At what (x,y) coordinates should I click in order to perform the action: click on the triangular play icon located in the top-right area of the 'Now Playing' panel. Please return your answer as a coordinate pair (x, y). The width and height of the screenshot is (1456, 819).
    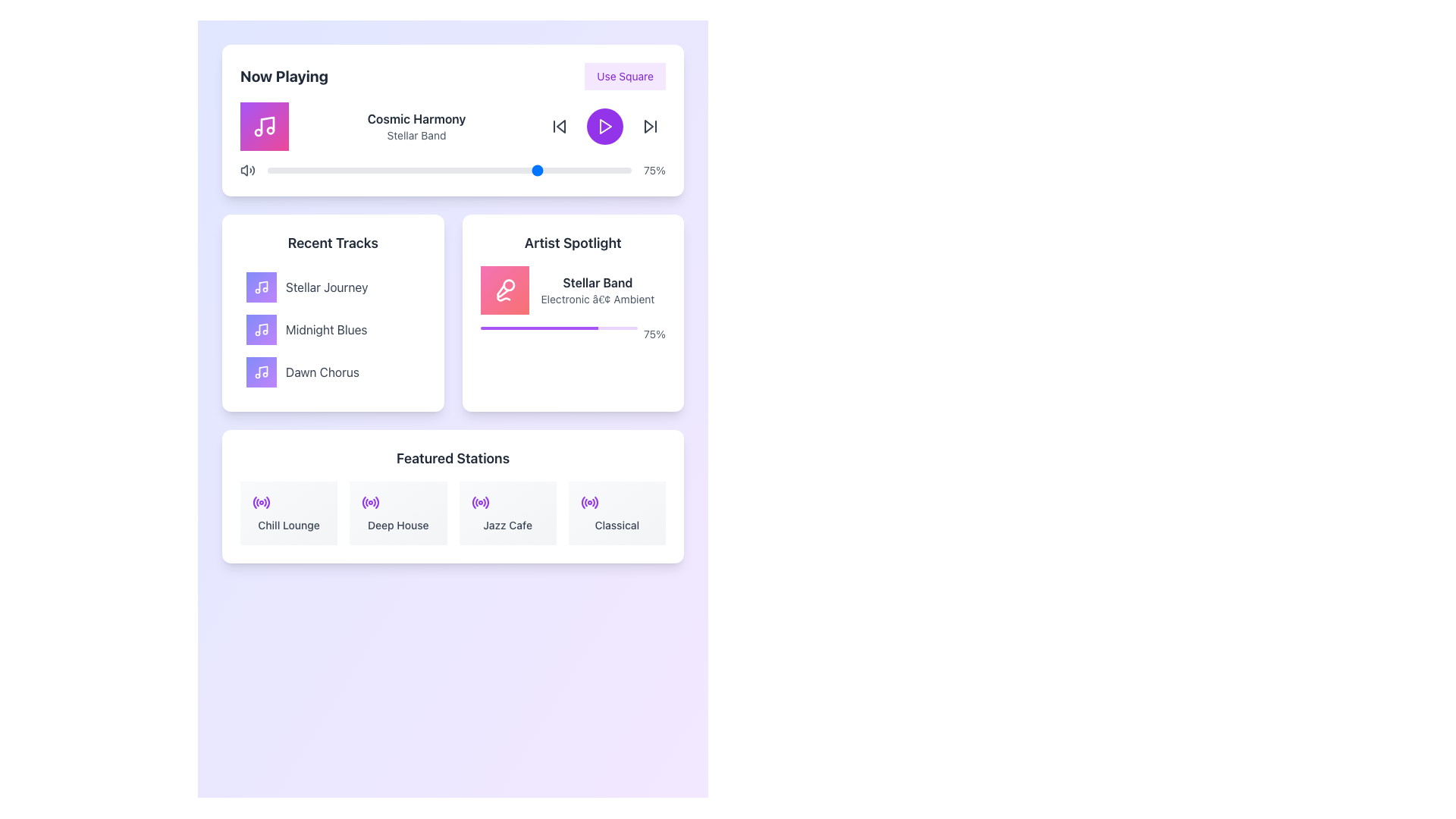
    Looking at the image, I should click on (648, 125).